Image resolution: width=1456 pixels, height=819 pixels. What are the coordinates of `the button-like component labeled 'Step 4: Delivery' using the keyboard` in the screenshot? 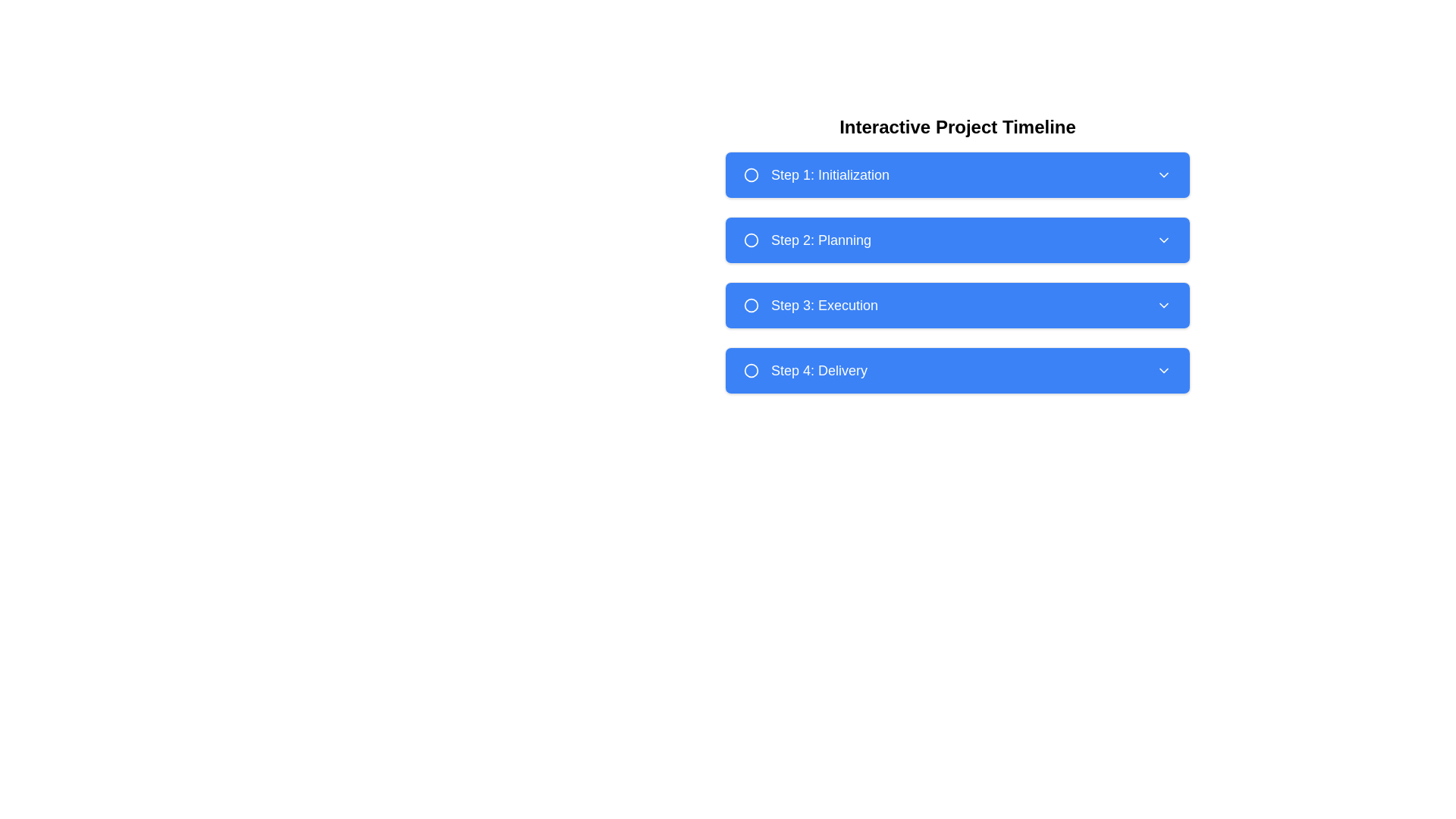 It's located at (956, 371).